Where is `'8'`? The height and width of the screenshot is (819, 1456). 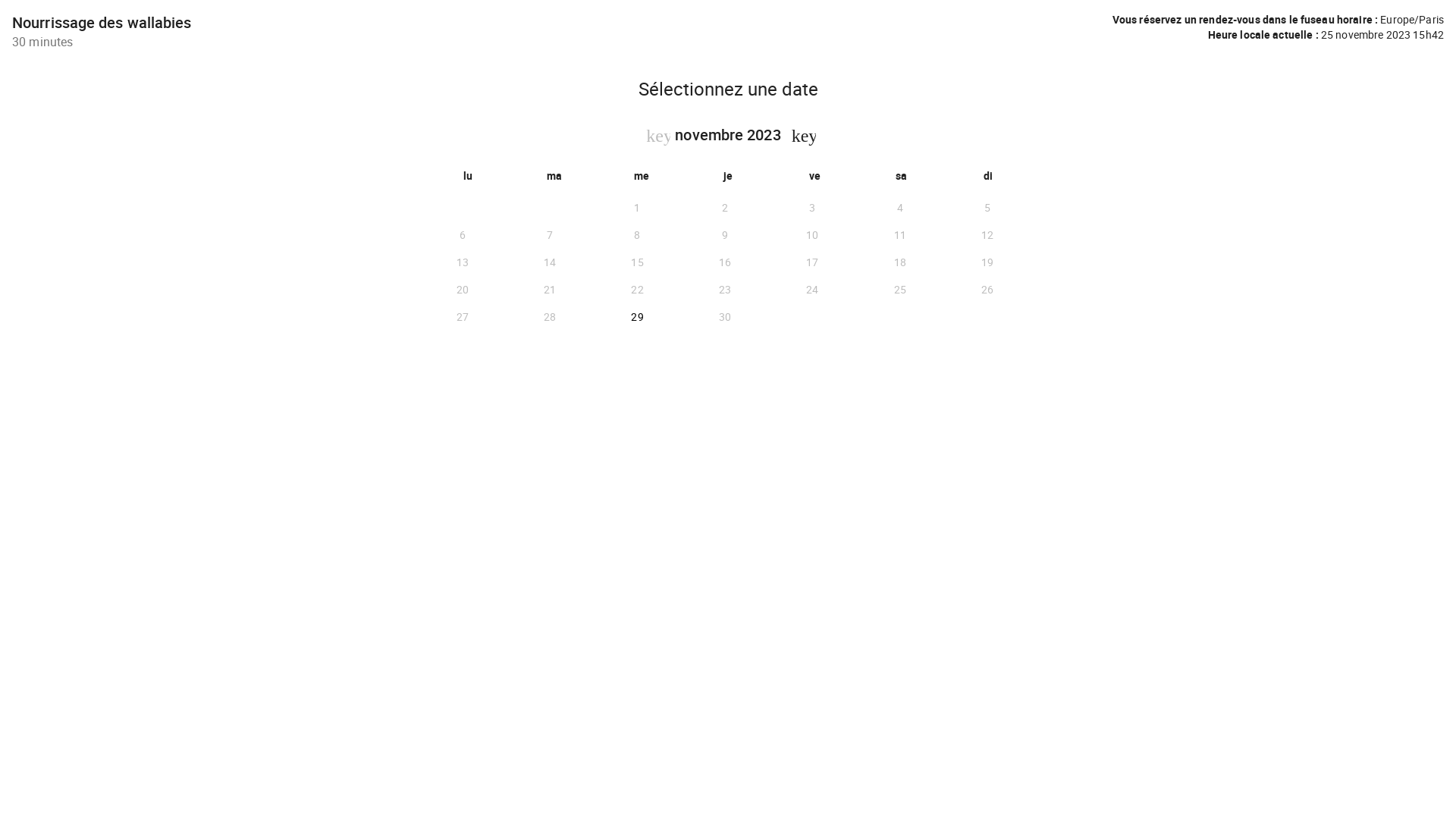
'8' is located at coordinates (637, 234).